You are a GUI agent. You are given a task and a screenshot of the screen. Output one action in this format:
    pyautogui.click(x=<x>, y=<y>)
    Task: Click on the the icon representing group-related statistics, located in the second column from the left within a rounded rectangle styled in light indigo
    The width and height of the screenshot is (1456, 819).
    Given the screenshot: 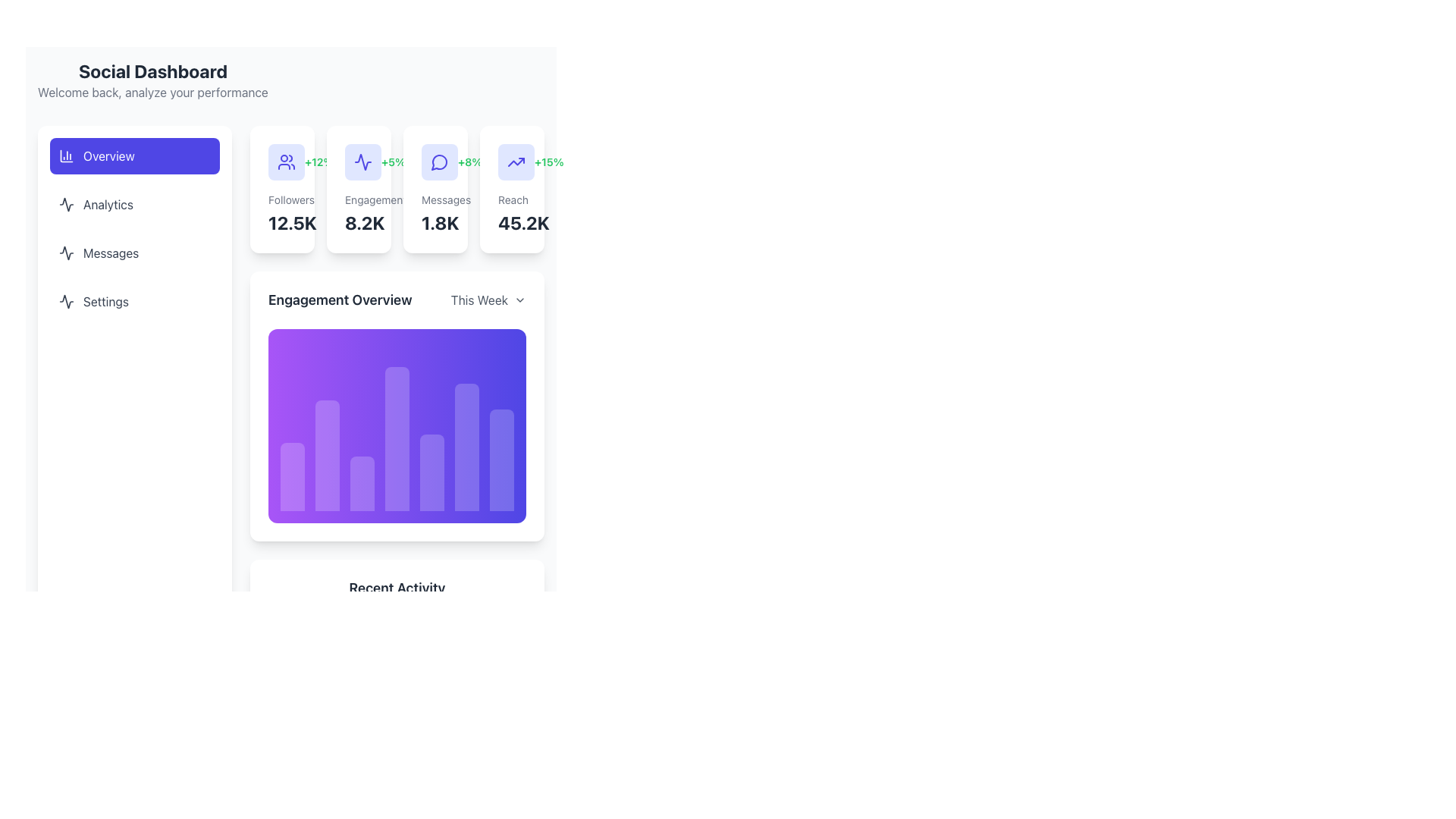 What is the action you would take?
    pyautogui.click(x=287, y=162)
    